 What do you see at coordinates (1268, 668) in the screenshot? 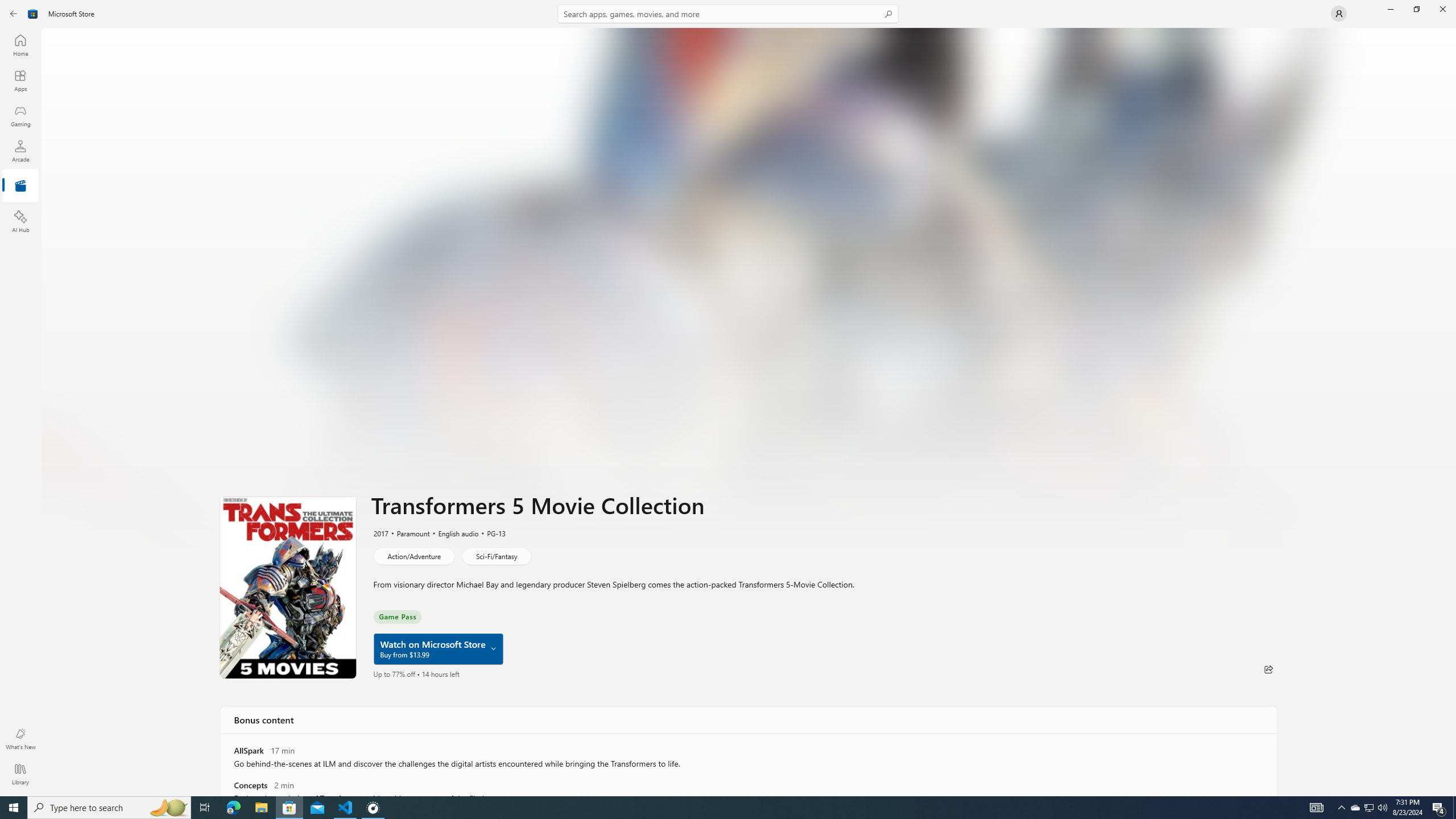
I see `'Share'` at bounding box center [1268, 668].